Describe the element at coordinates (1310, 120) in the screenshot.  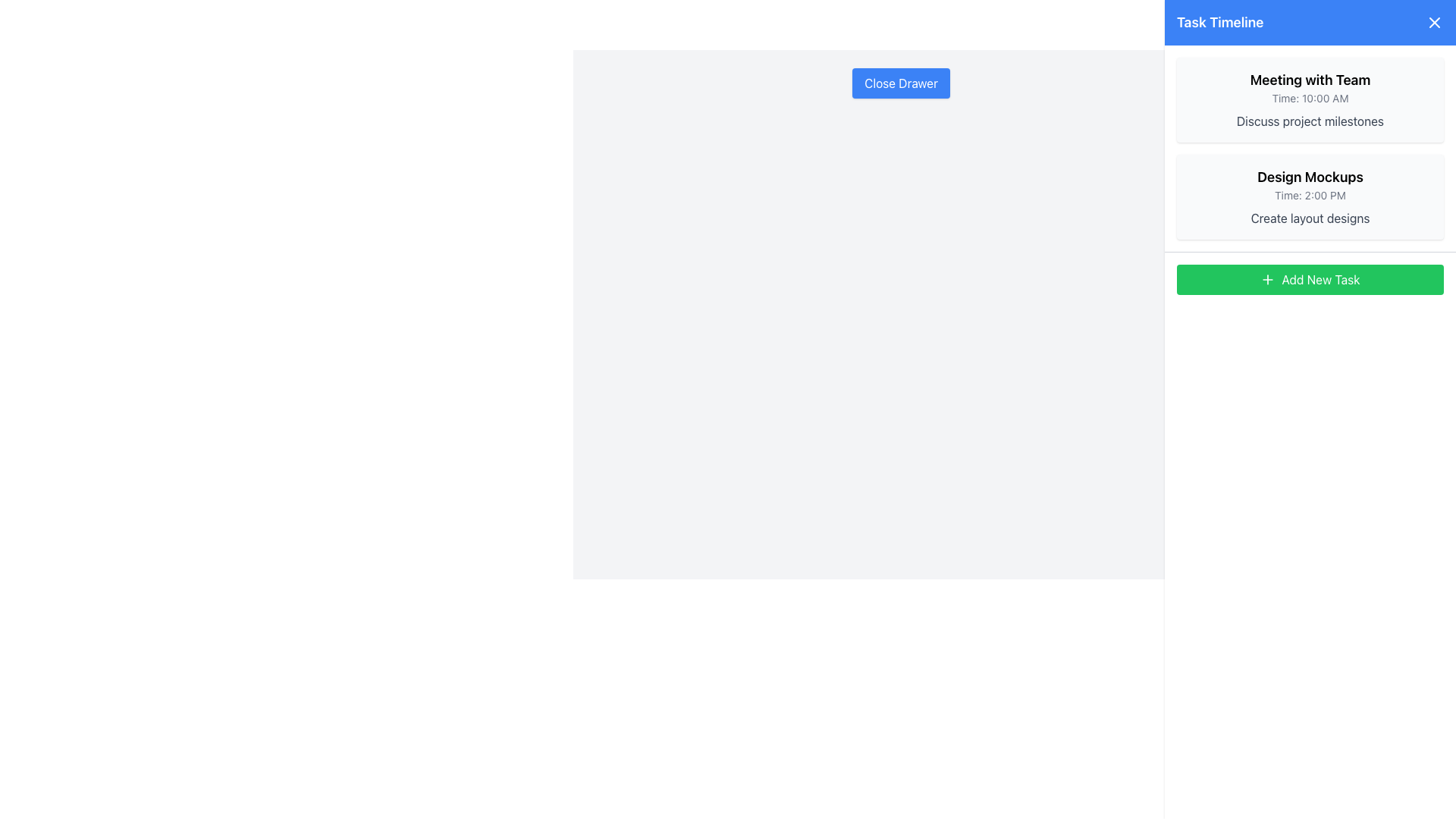
I see `the Text label that serves as a description for the 'Meeting with Team' task, located below the 'Time: 10:00 AM' sub-element in the right-hand side panel` at that location.